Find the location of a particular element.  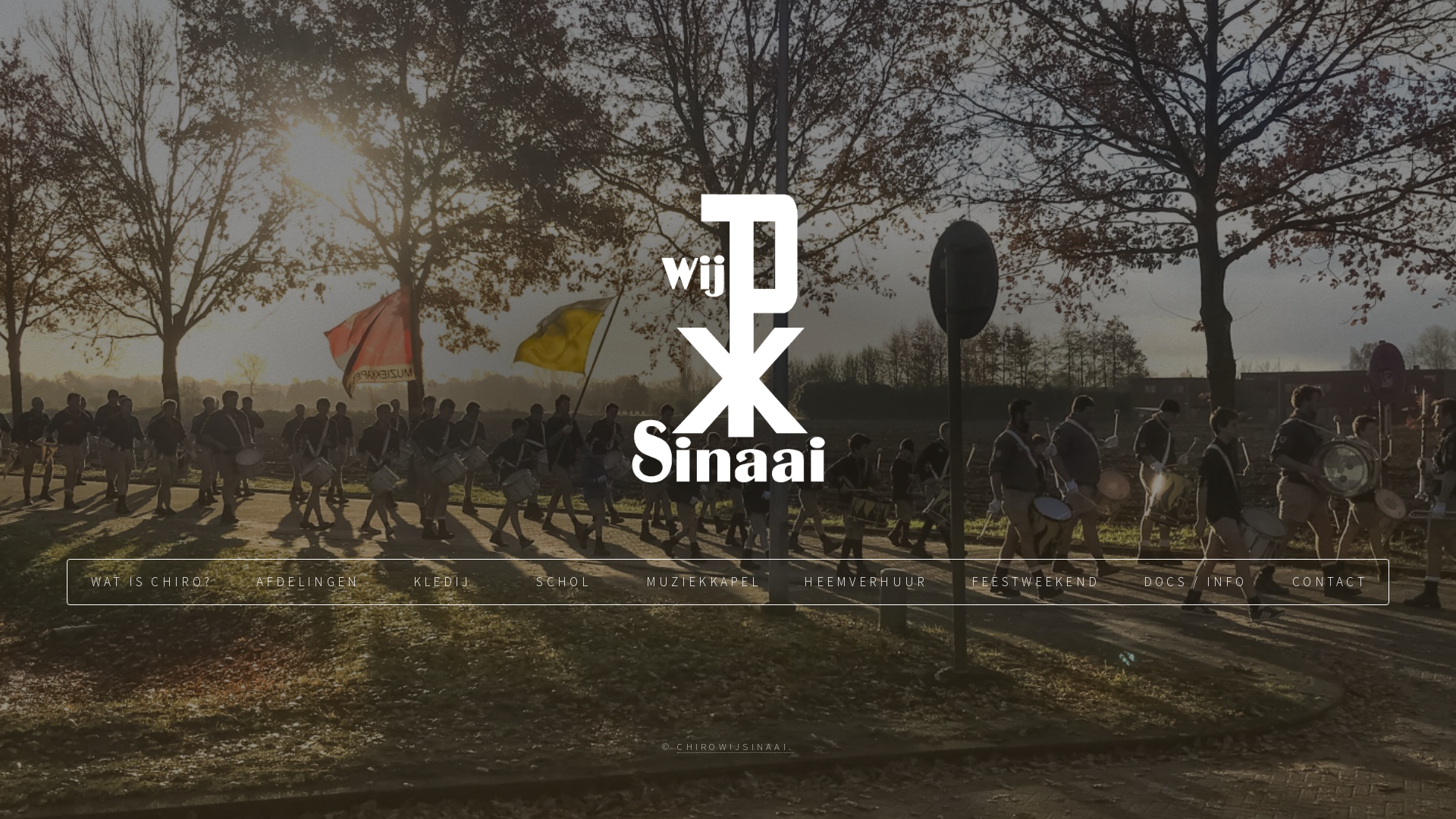

'MUZIEKKAPEL' is located at coordinates (701, 581).